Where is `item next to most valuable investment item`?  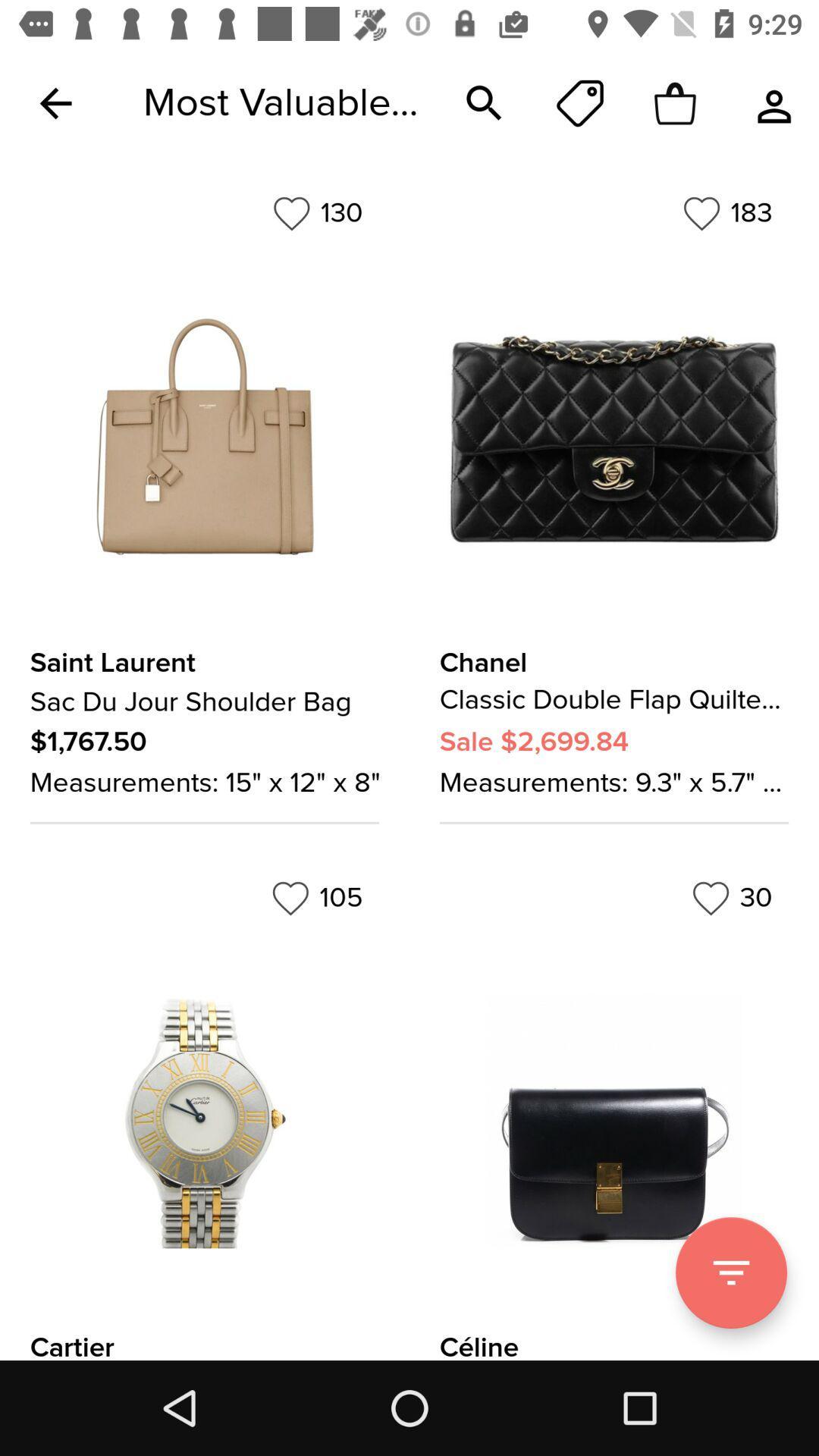
item next to most valuable investment item is located at coordinates (55, 102).